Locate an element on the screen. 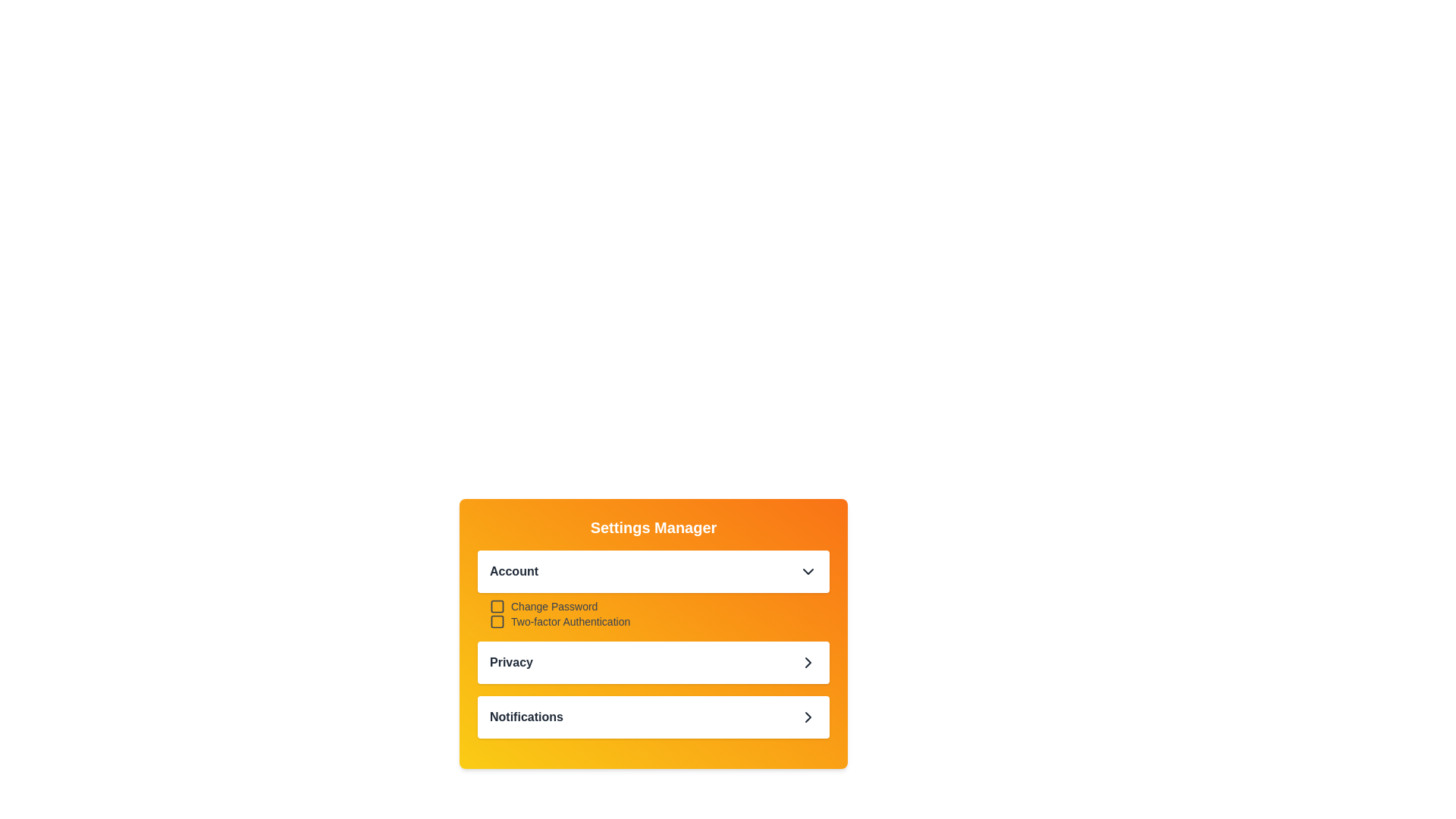 This screenshot has height=819, width=1456. the 'Notifications' button with a white background and rounded edges located in the settings panel to trigger hover effects is located at coordinates (654, 717).